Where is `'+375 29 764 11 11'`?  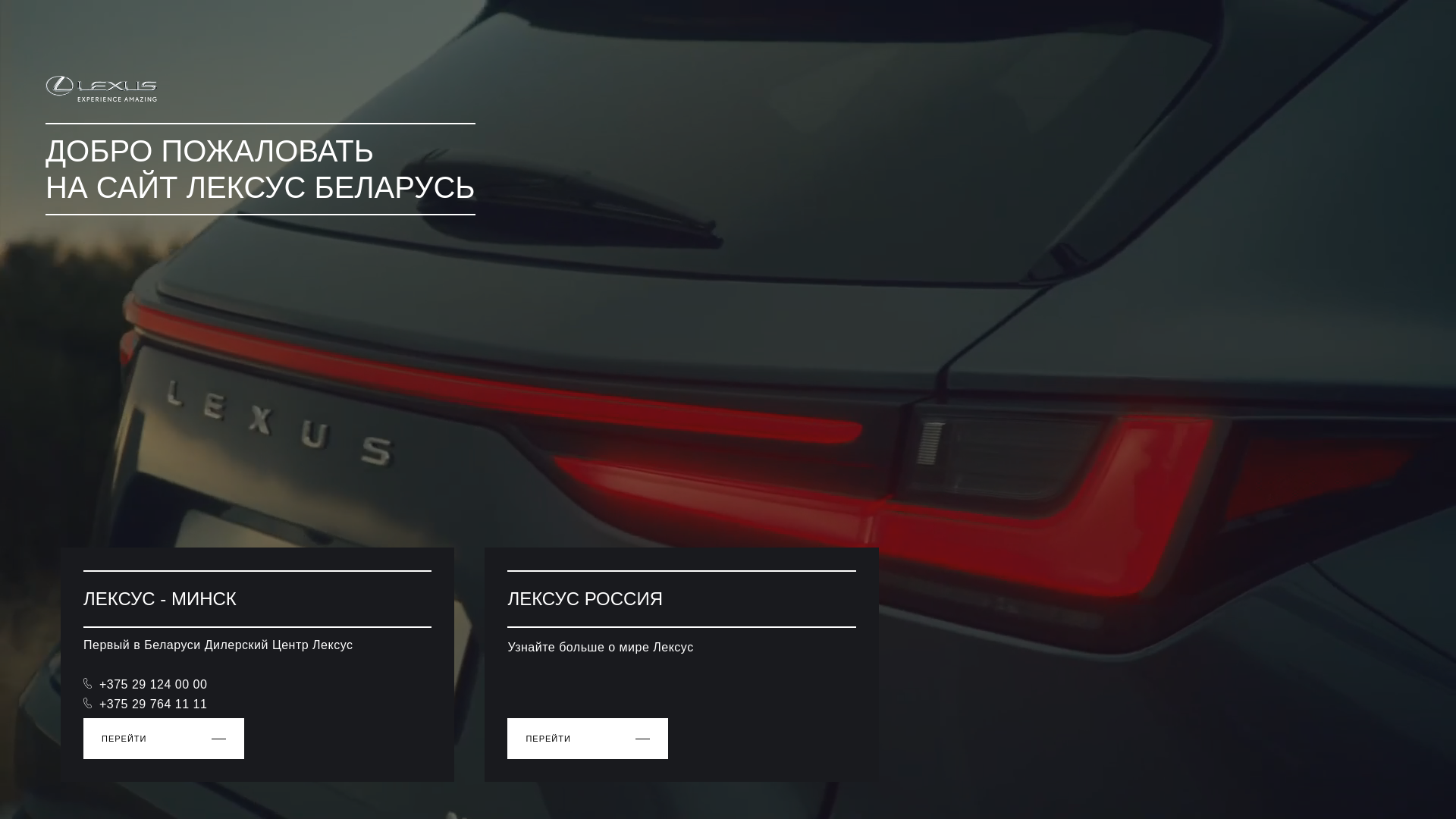
'+375 29 764 11 11' is located at coordinates (145, 704).